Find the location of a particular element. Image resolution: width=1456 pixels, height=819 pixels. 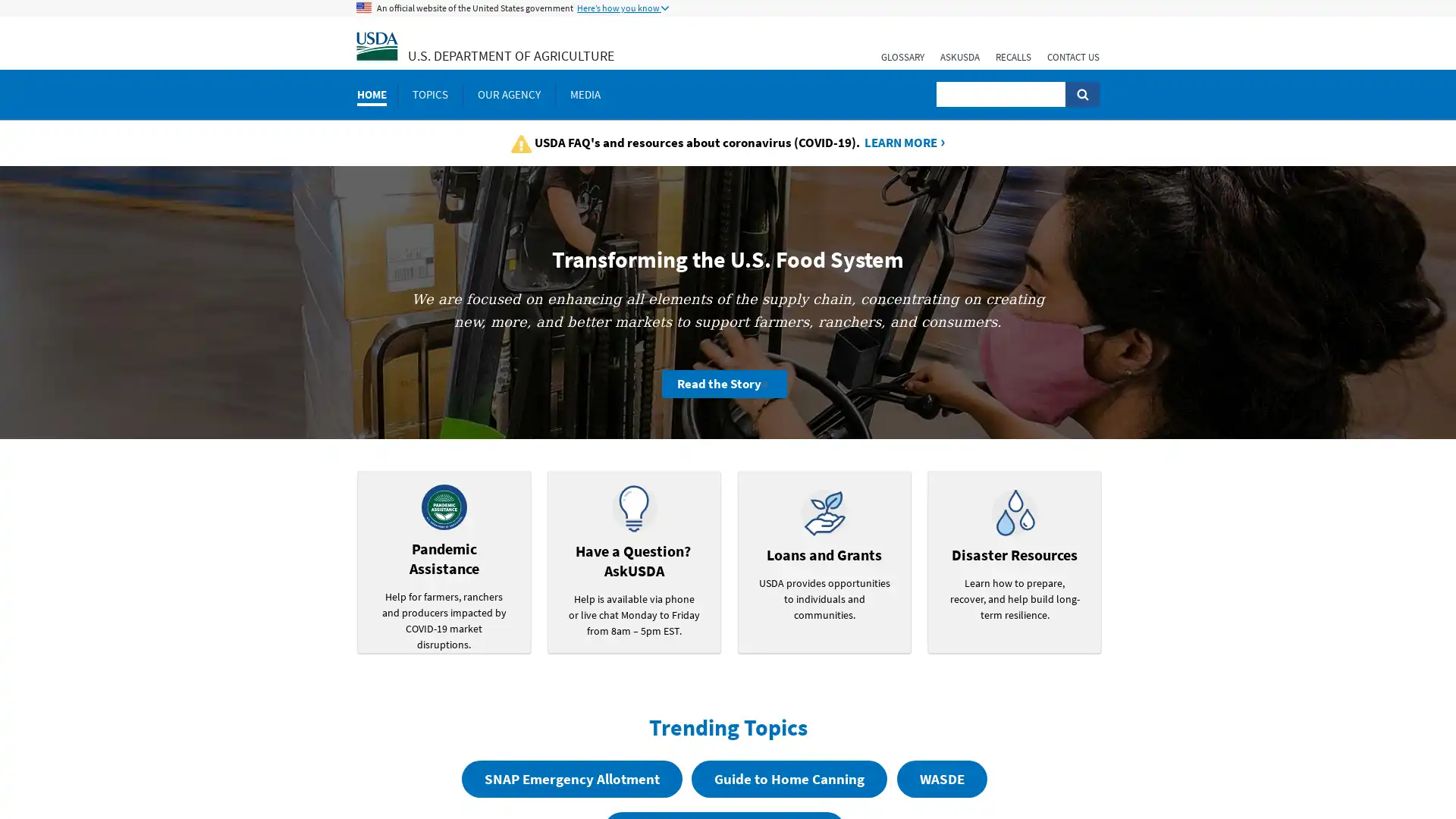

Heres how you know is located at coordinates (623, 8).